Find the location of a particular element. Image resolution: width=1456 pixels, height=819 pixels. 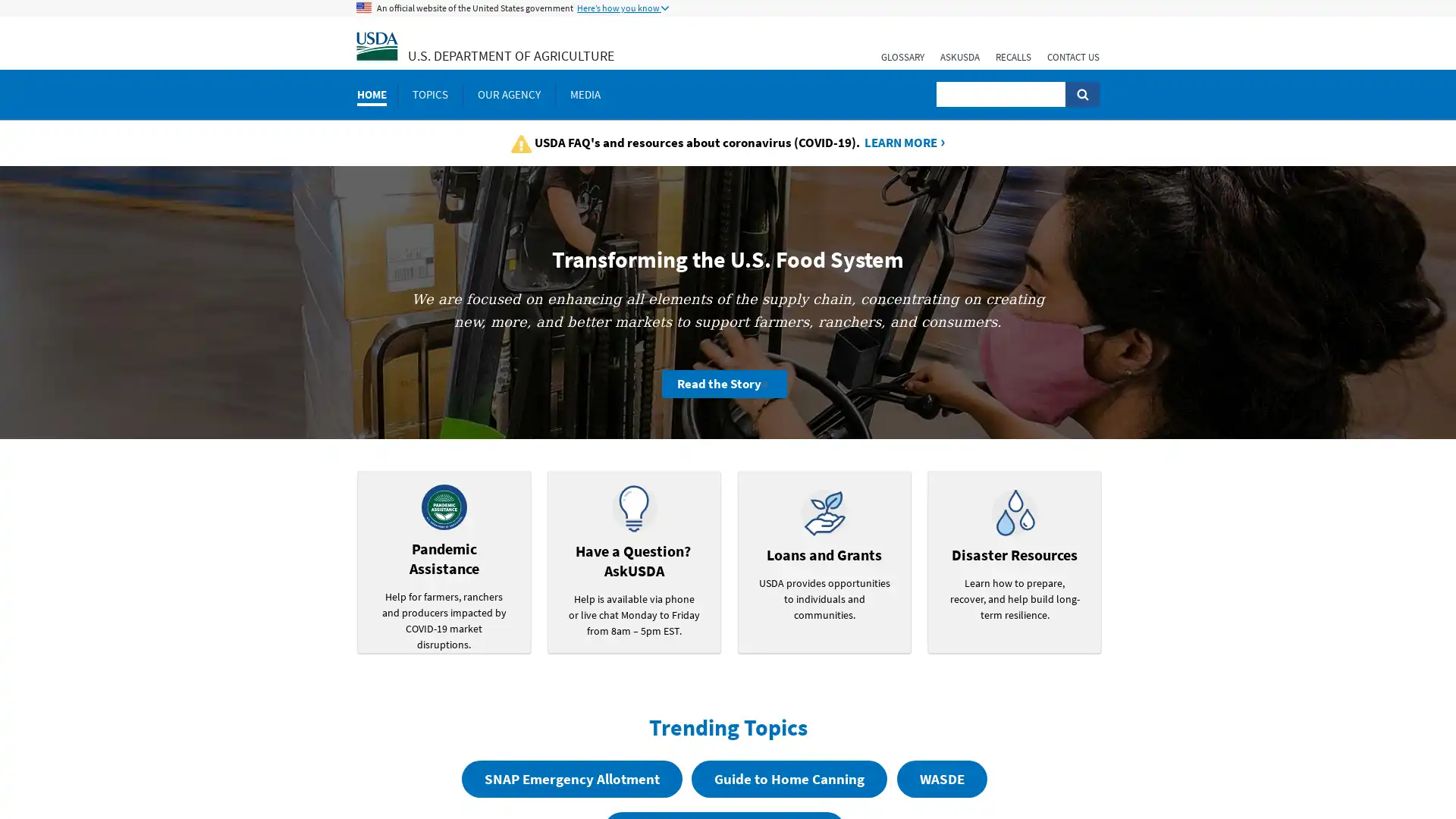

Heres how you know is located at coordinates (623, 8).